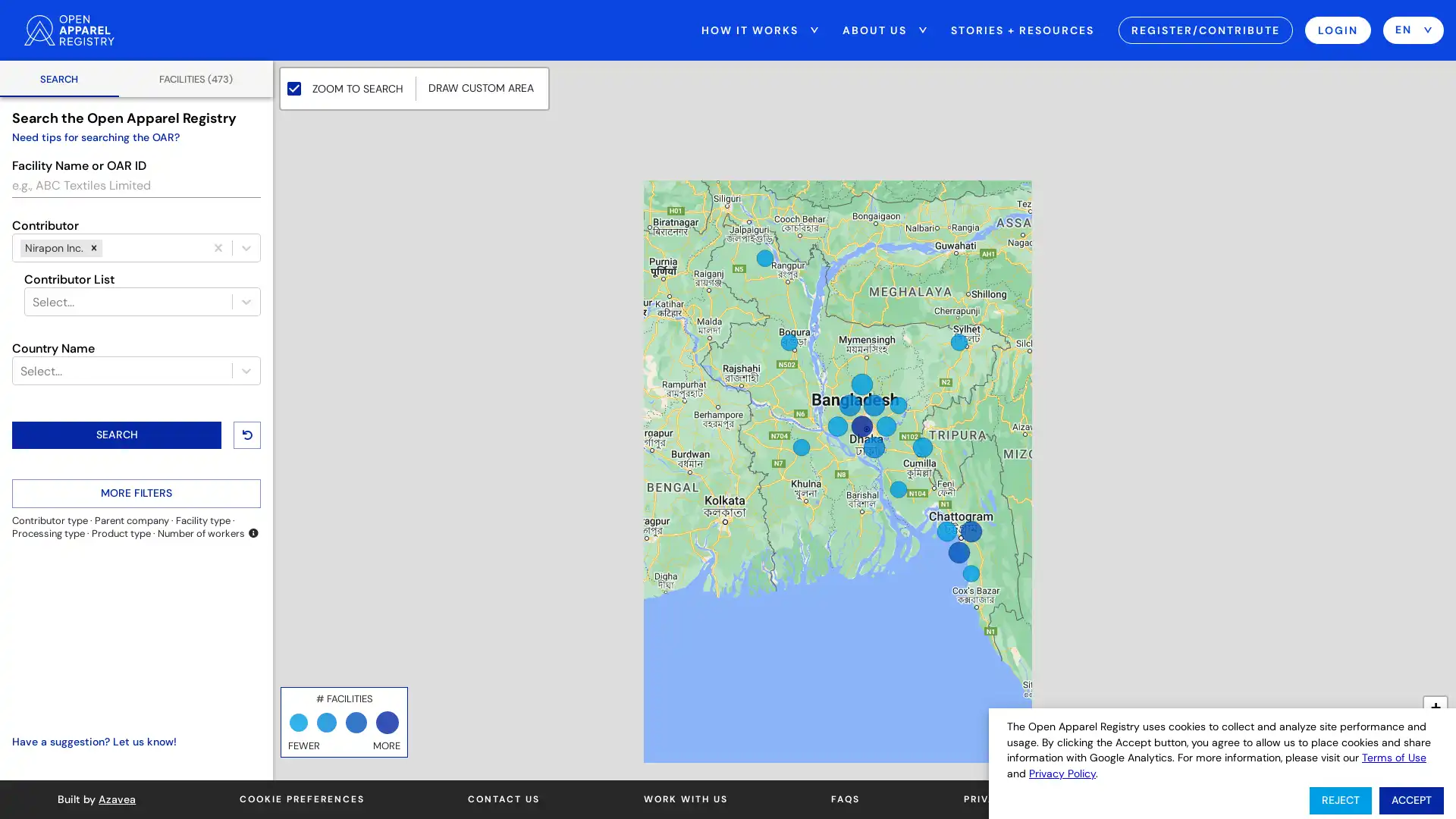 The width and height of the screenshot is (1456, 819). Describe the element at coordinates (1410, 800) in the screenshot. I see `ACCEPT` at that location.